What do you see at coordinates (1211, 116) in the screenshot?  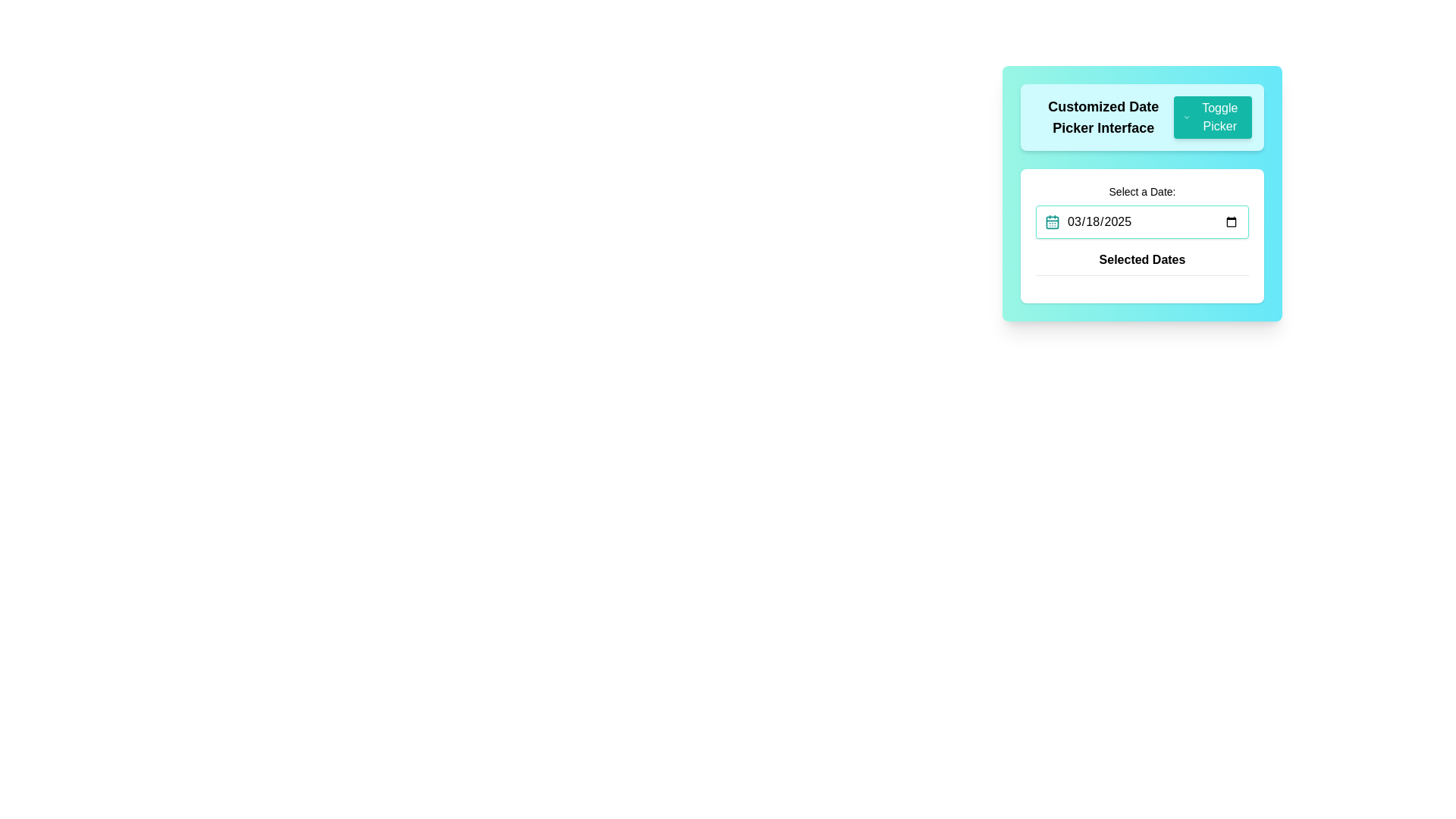 I see `the button` at bounding box center [1211, 116].